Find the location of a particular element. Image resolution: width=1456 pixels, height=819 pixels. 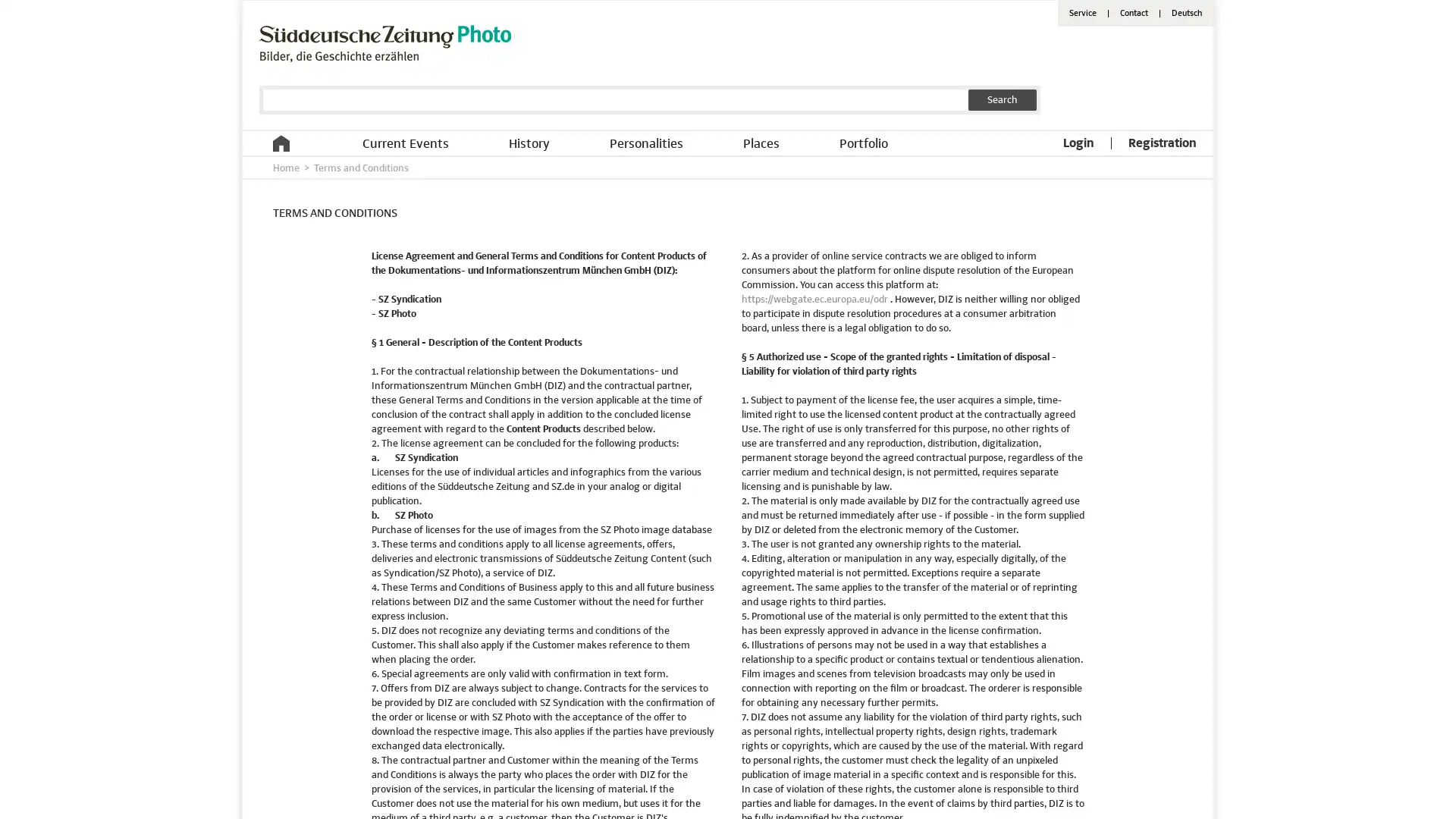

Search is located at coordinates (1002, 99).